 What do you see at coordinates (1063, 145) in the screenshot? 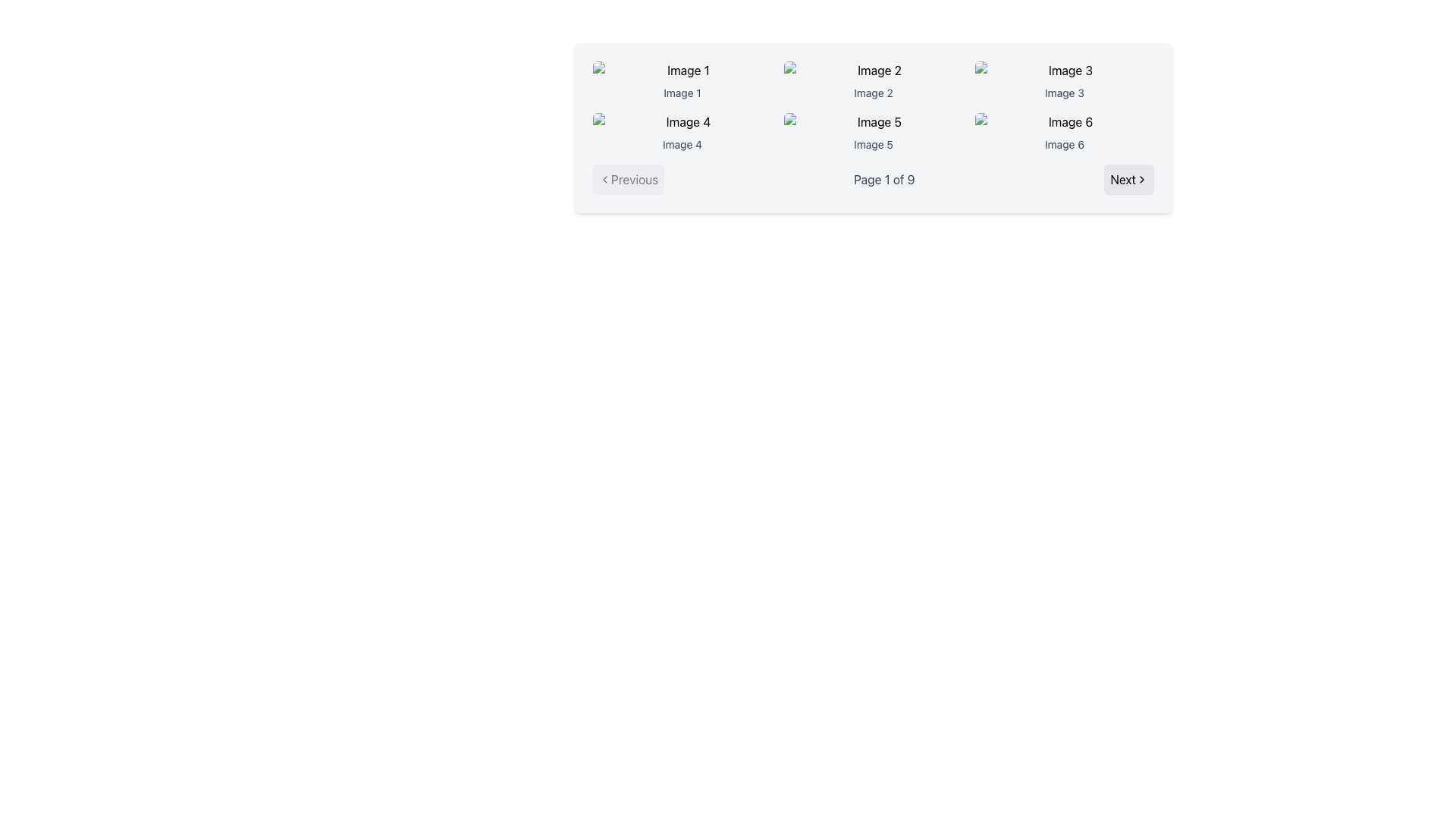
I see `the label below the sixth image` at bounding box center [1063, 145].